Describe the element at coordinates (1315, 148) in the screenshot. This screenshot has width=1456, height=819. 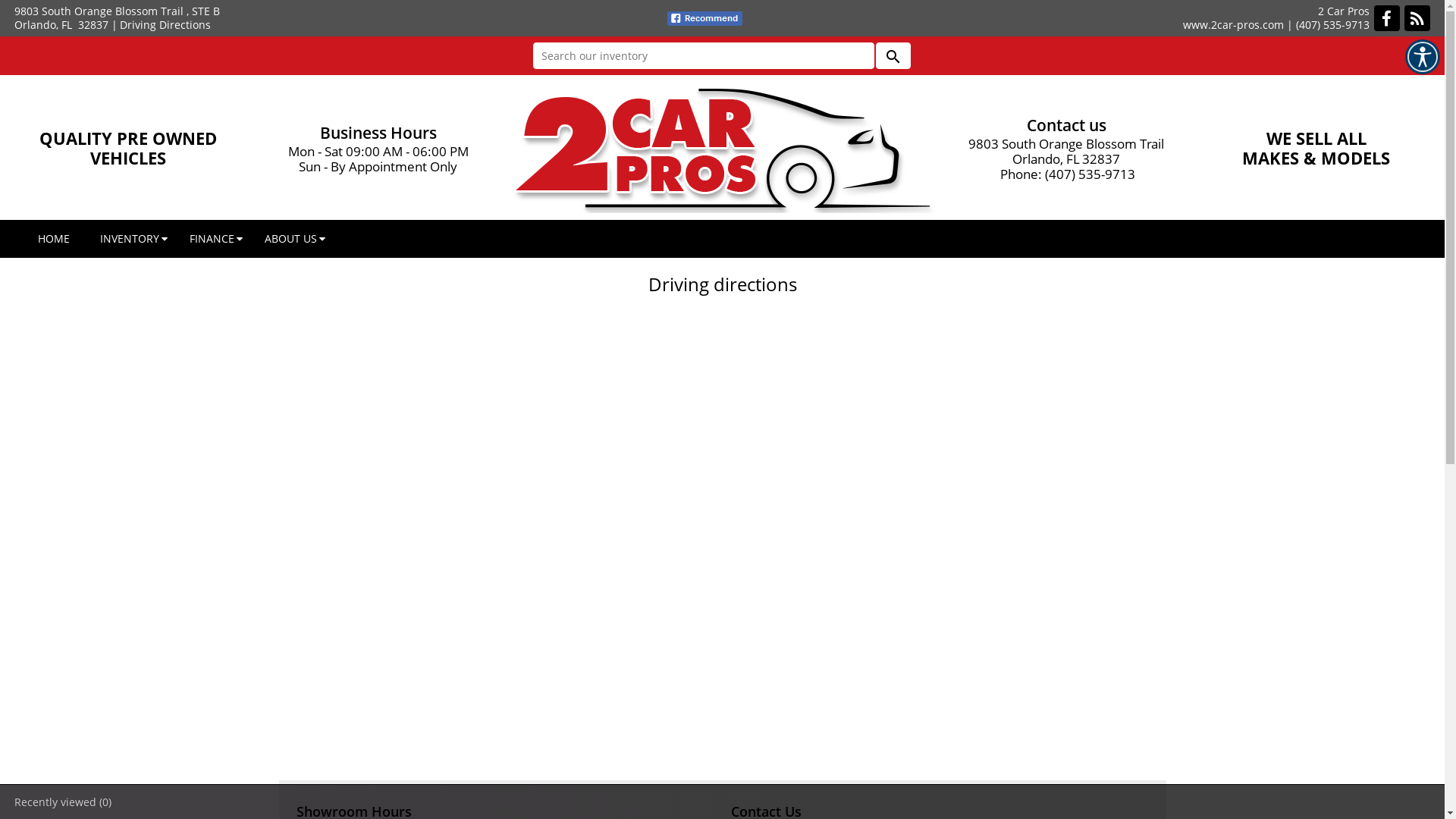
I see `'WE SELL ALL` at that location.